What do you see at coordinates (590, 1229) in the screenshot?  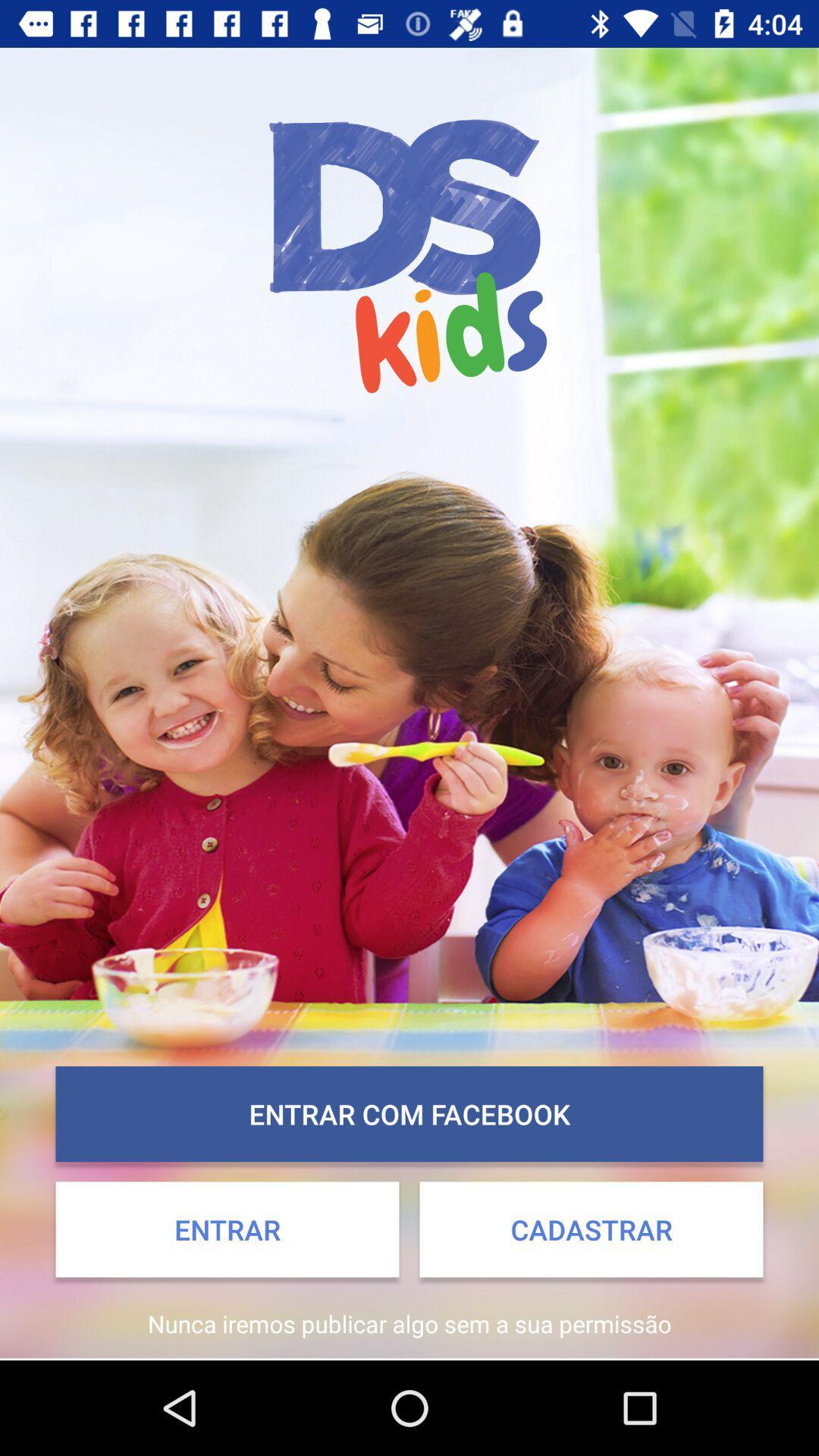 I see `cadastrar item` at bounding box center [590, 1229].